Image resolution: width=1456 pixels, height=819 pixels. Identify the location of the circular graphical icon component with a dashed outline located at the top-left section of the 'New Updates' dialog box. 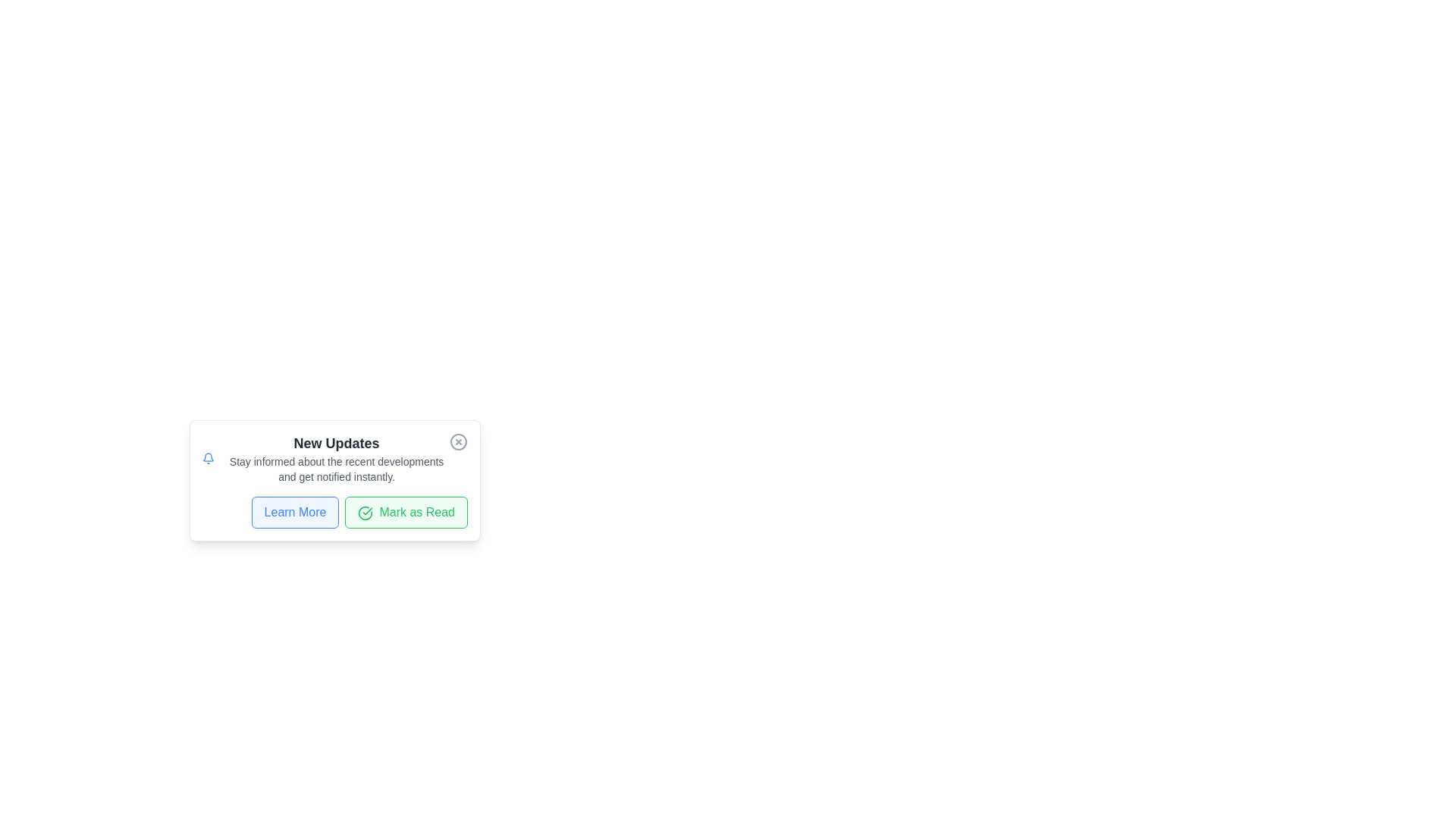
(366, 513).